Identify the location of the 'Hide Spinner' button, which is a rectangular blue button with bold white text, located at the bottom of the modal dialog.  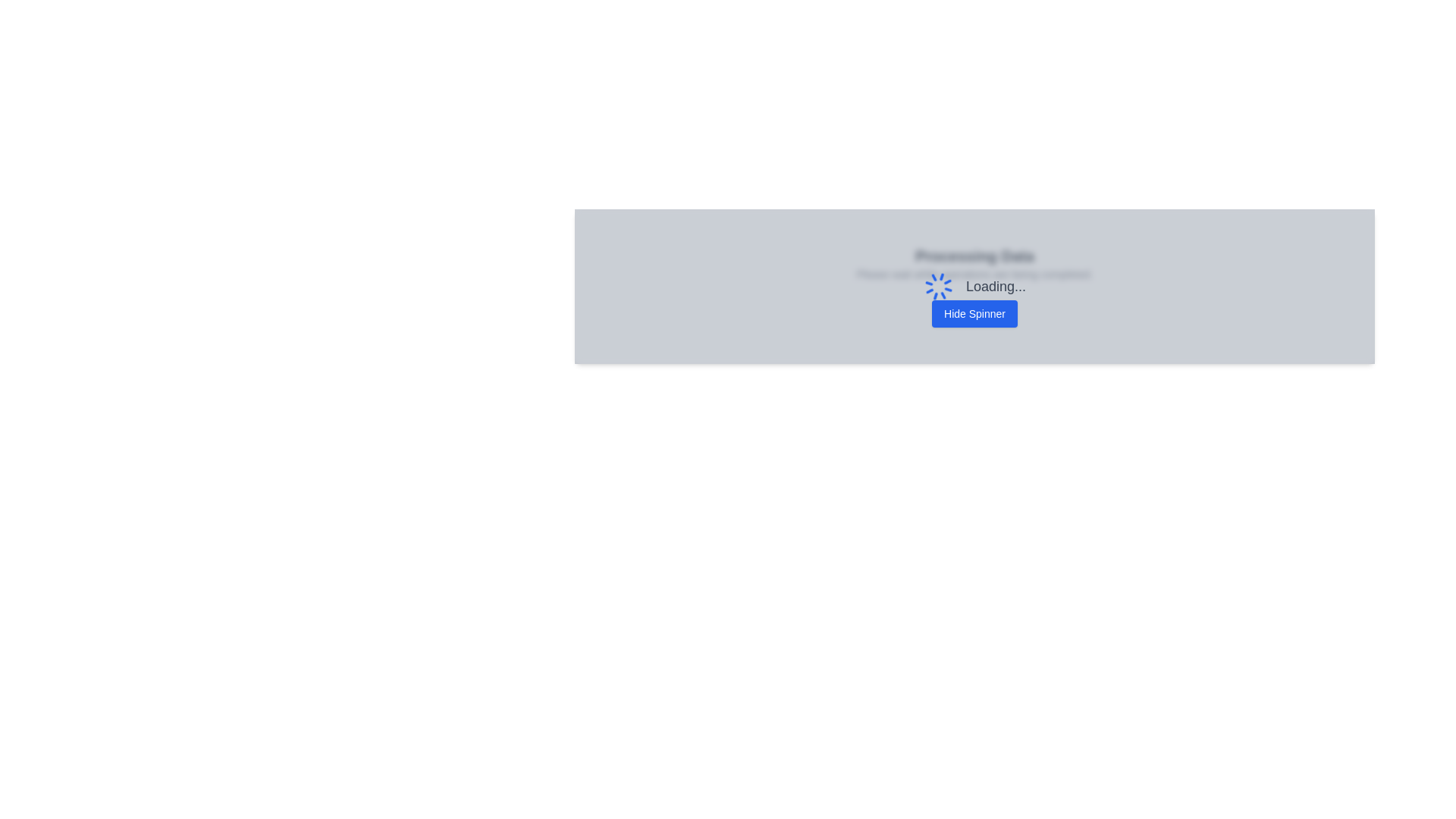
(974, 312).